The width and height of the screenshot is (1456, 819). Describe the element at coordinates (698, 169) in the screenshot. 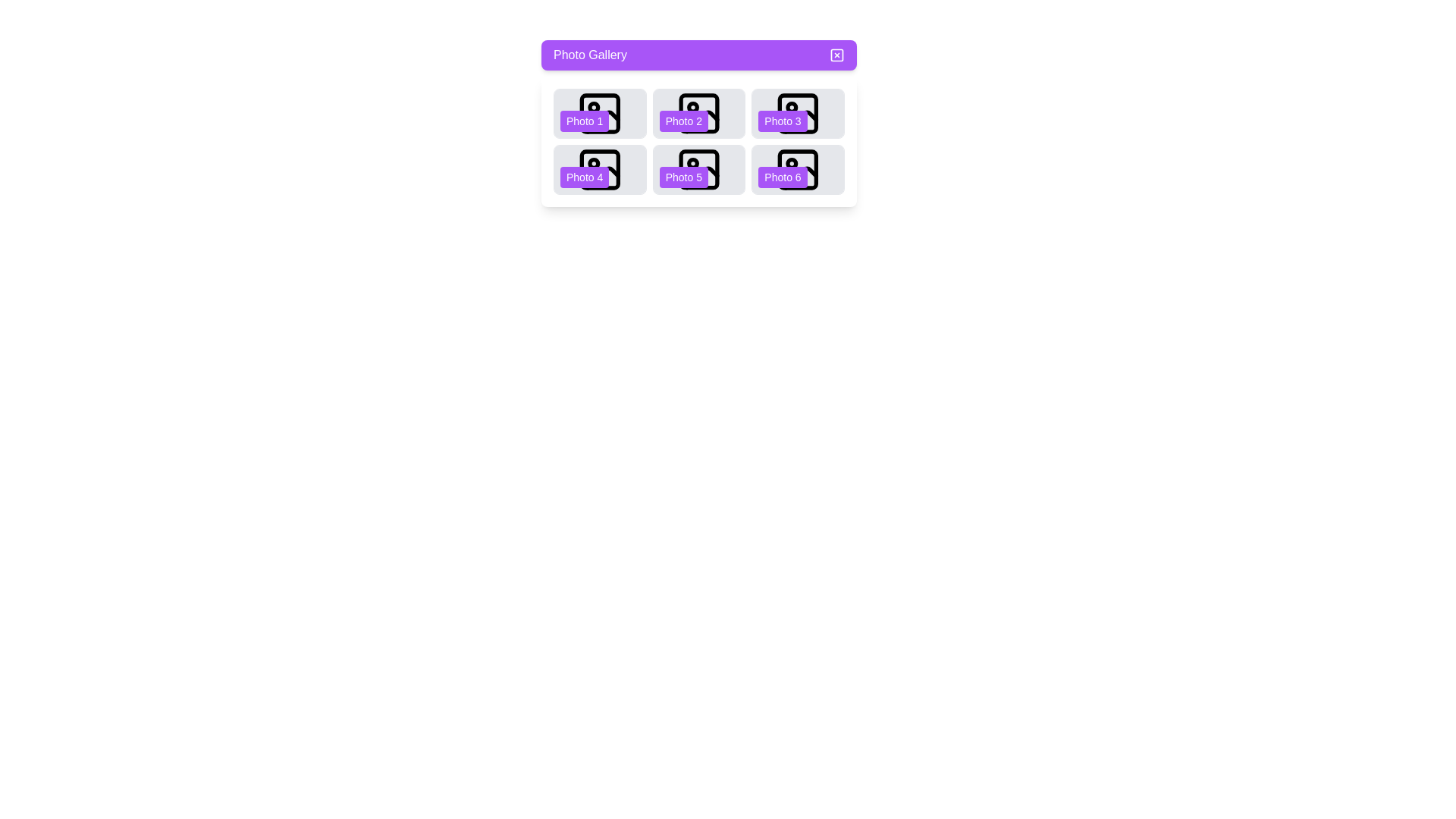

I see `the photo labeled with the number 5` at that location.